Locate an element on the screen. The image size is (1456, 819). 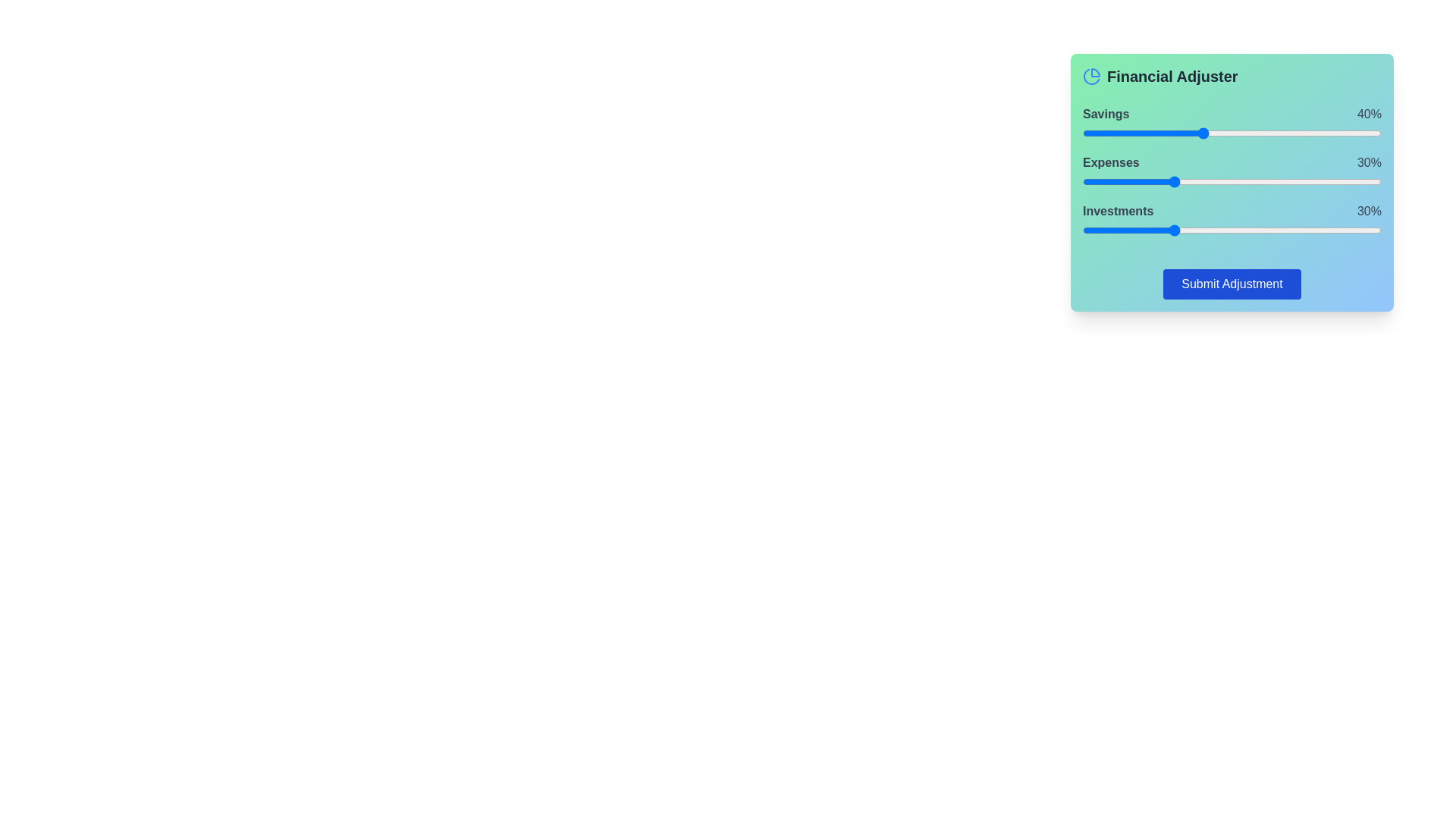
the savings slider to set the percentage to 4 is located at coordinates (1094, 133).